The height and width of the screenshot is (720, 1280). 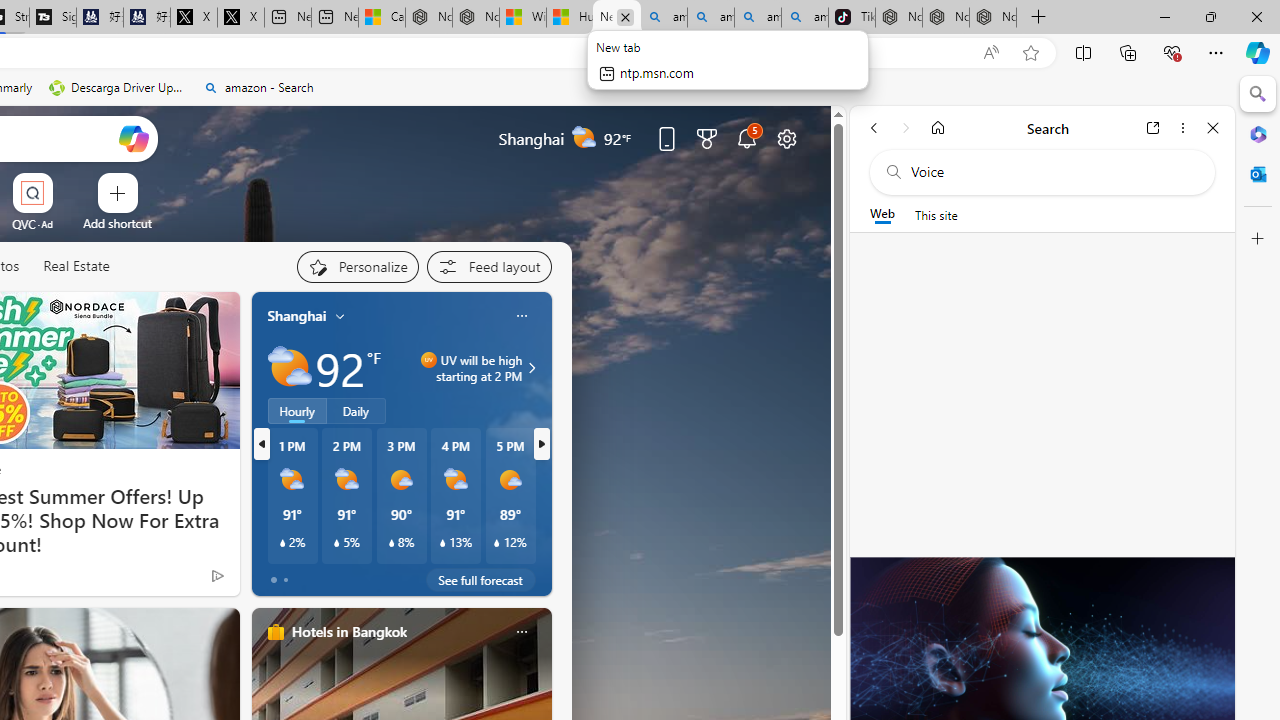 I want to click on 'amazon - Search Images', so click(x=805, y=17).